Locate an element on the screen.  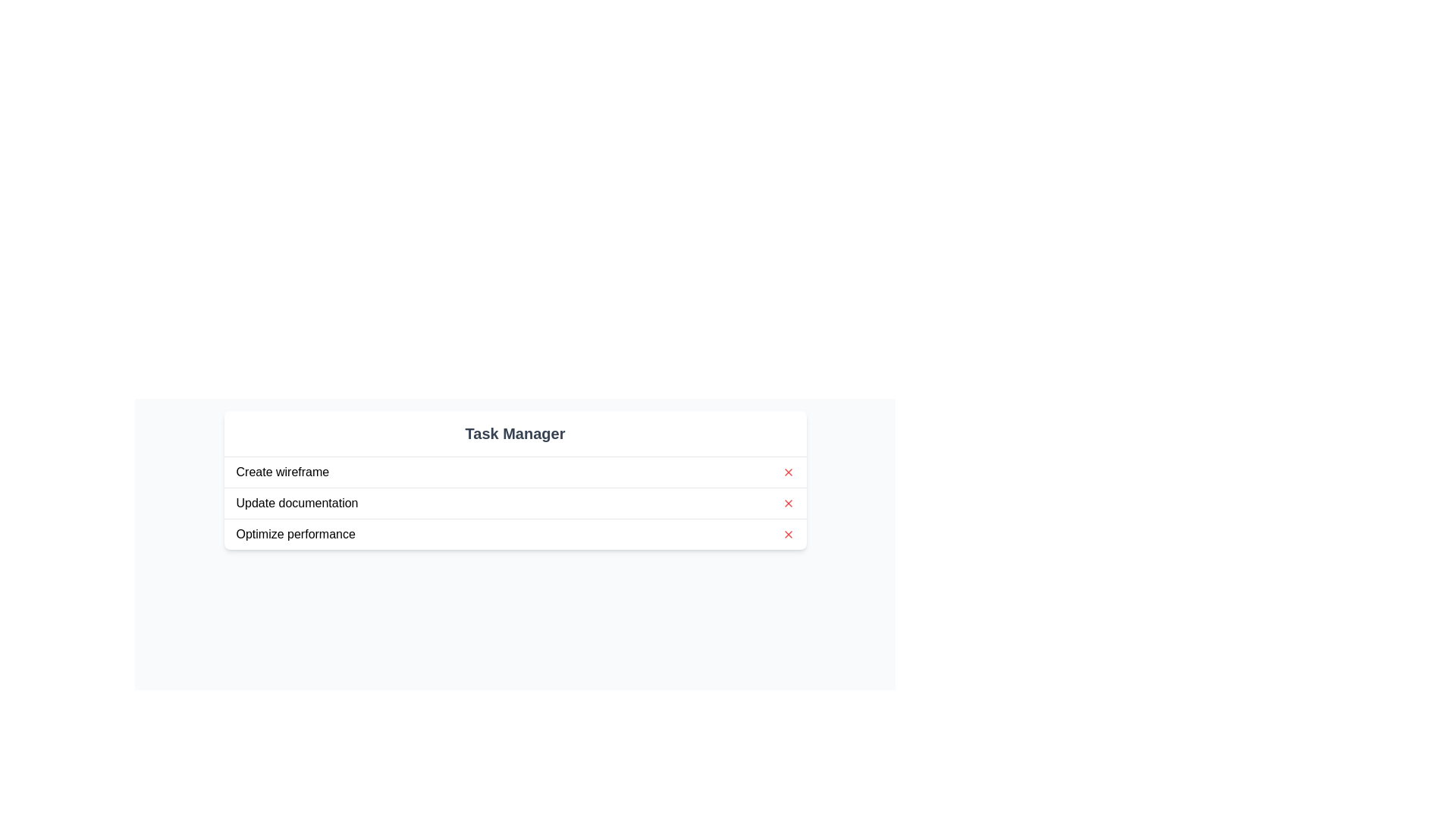
text of the first task entry in the task manager, located in the upper left corner of the task list is located at coordinates (282, 472).